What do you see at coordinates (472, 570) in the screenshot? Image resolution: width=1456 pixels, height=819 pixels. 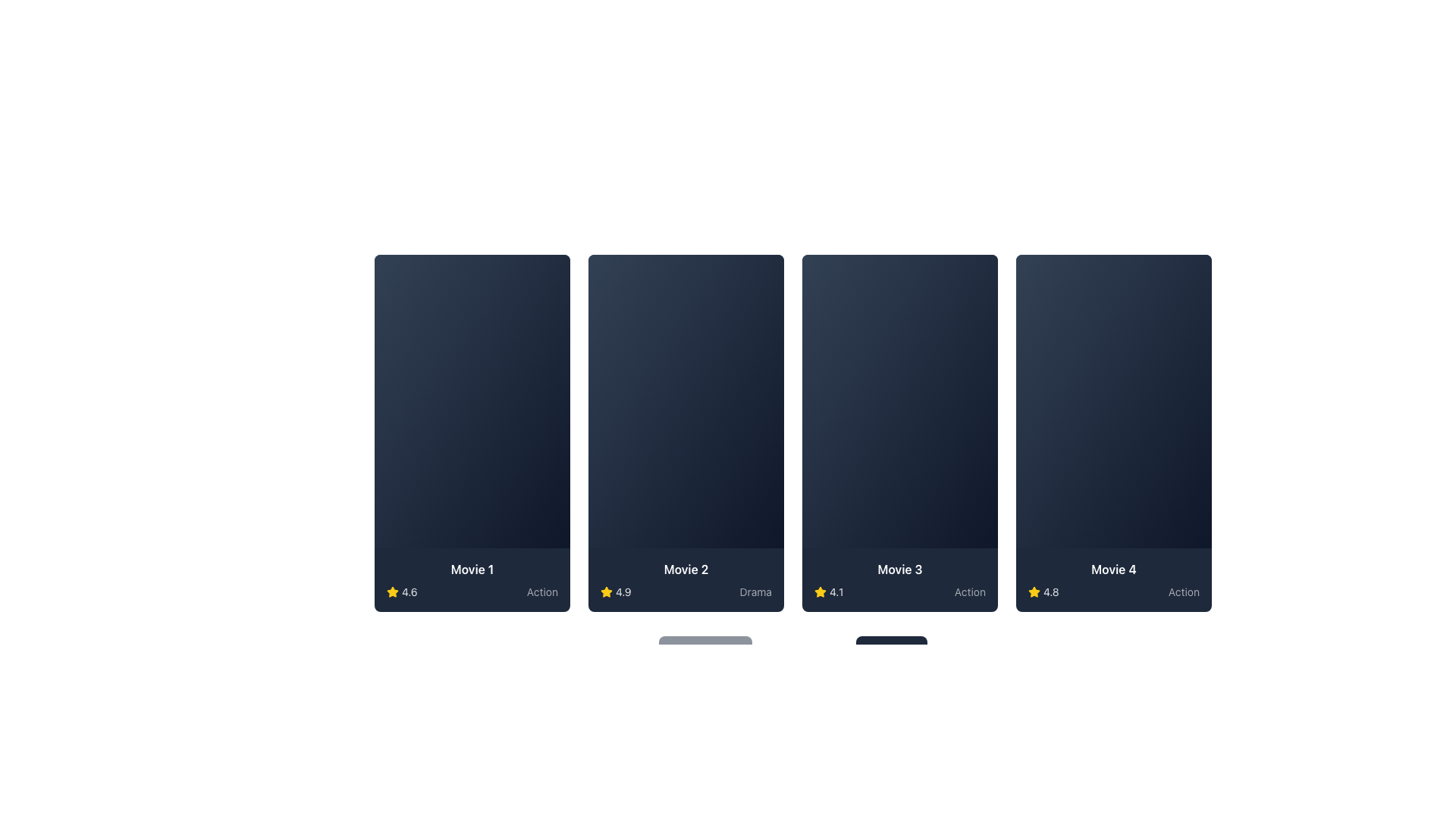 I see `the text label displaying 'Movie 1' in bold white font located at the top center of the bottom section of the first card` at bounding box center [472, 570].